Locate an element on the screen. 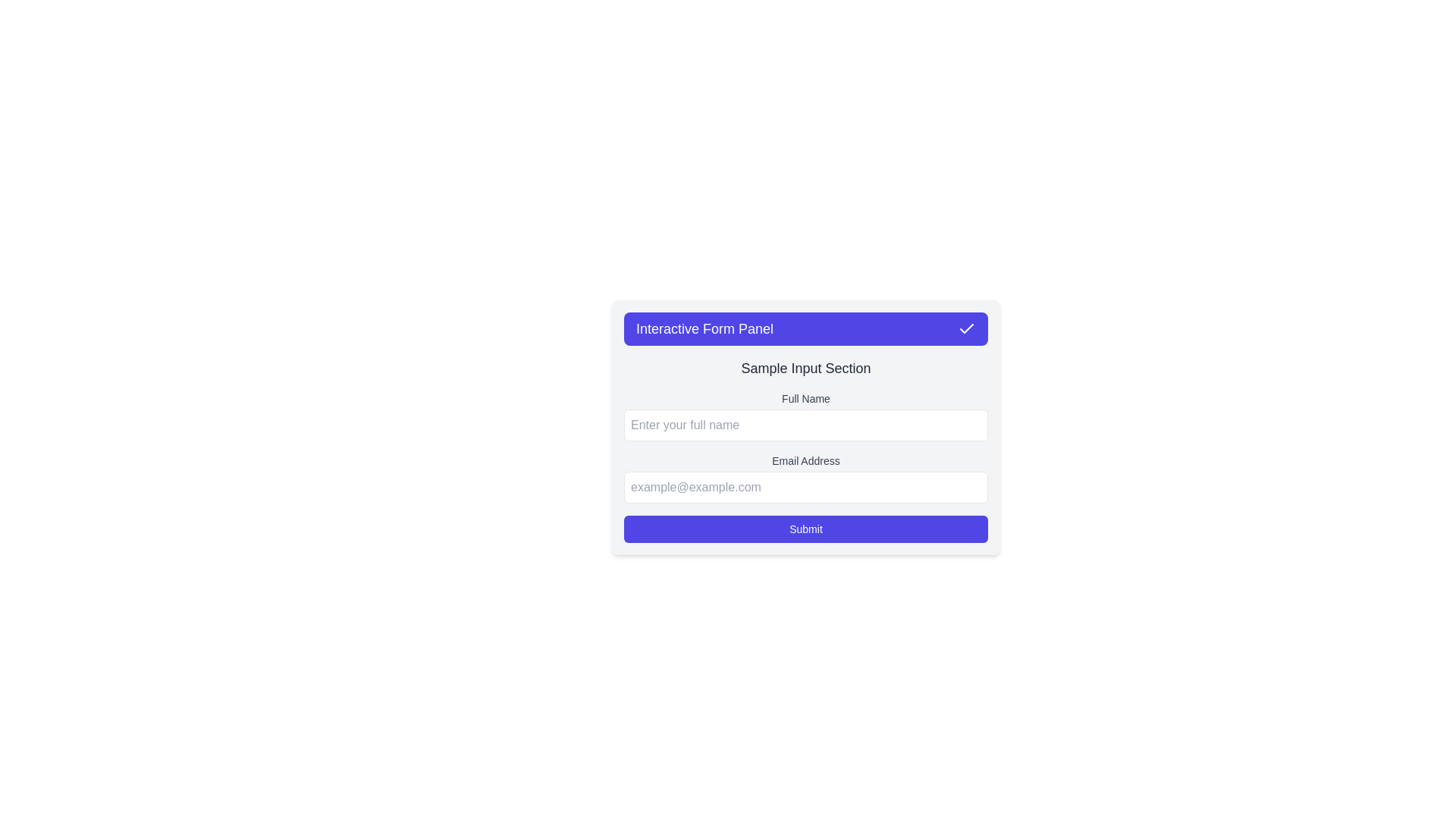 This screenshot has height=819, width=1456. text from the title Text Label located on the left-hand side of the purple horizontal bar in the upper portion of the form interface is located at coordinates (704, 328).